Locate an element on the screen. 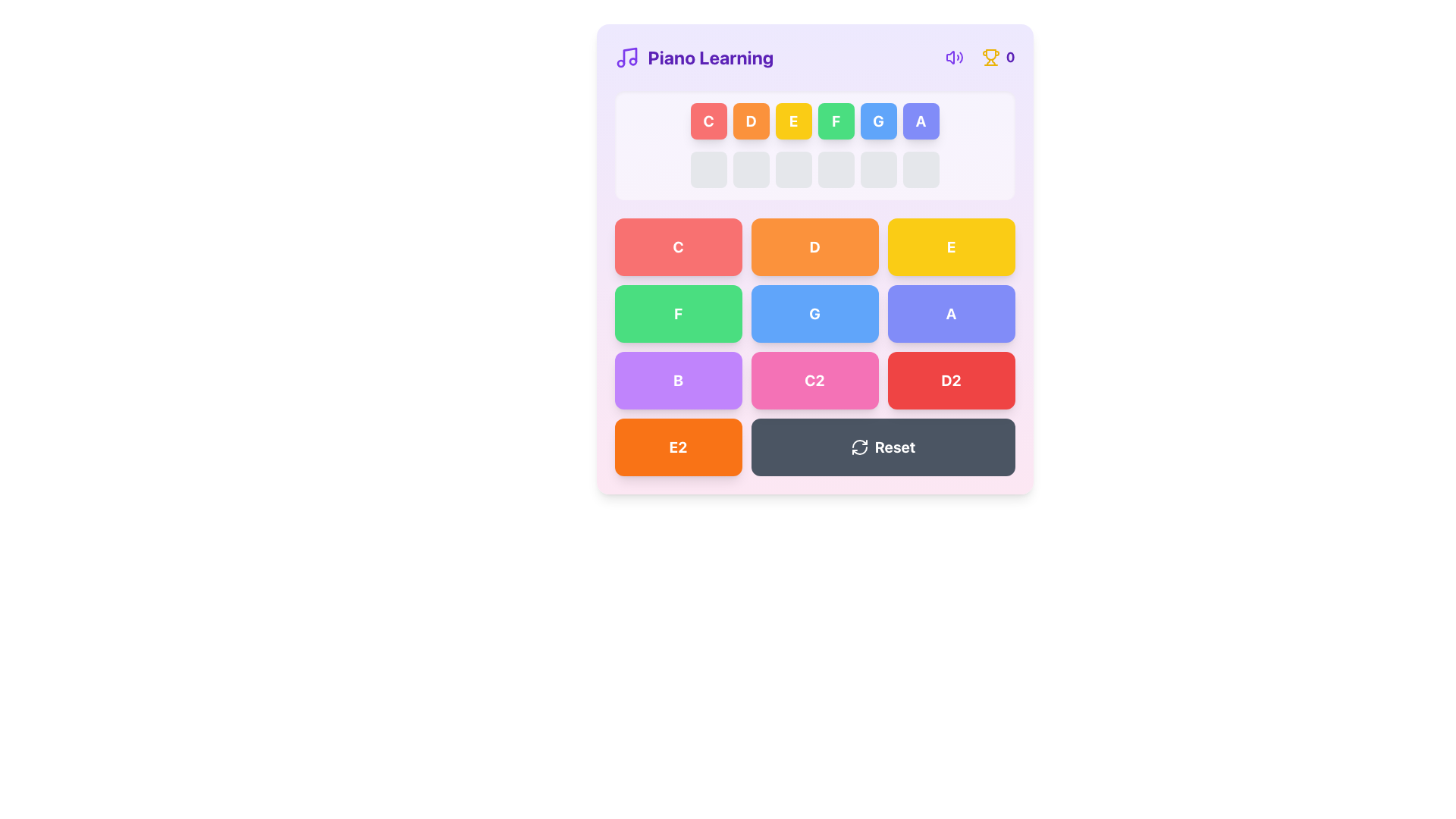 Image resolution: width=1456 pixels, height=819 pixels. the bright yellow button with a bold white 'E' centered within it, located in the top-most row of a grid, positioned between buttons 'D' and 'F' is located at coordinates (950, 246).